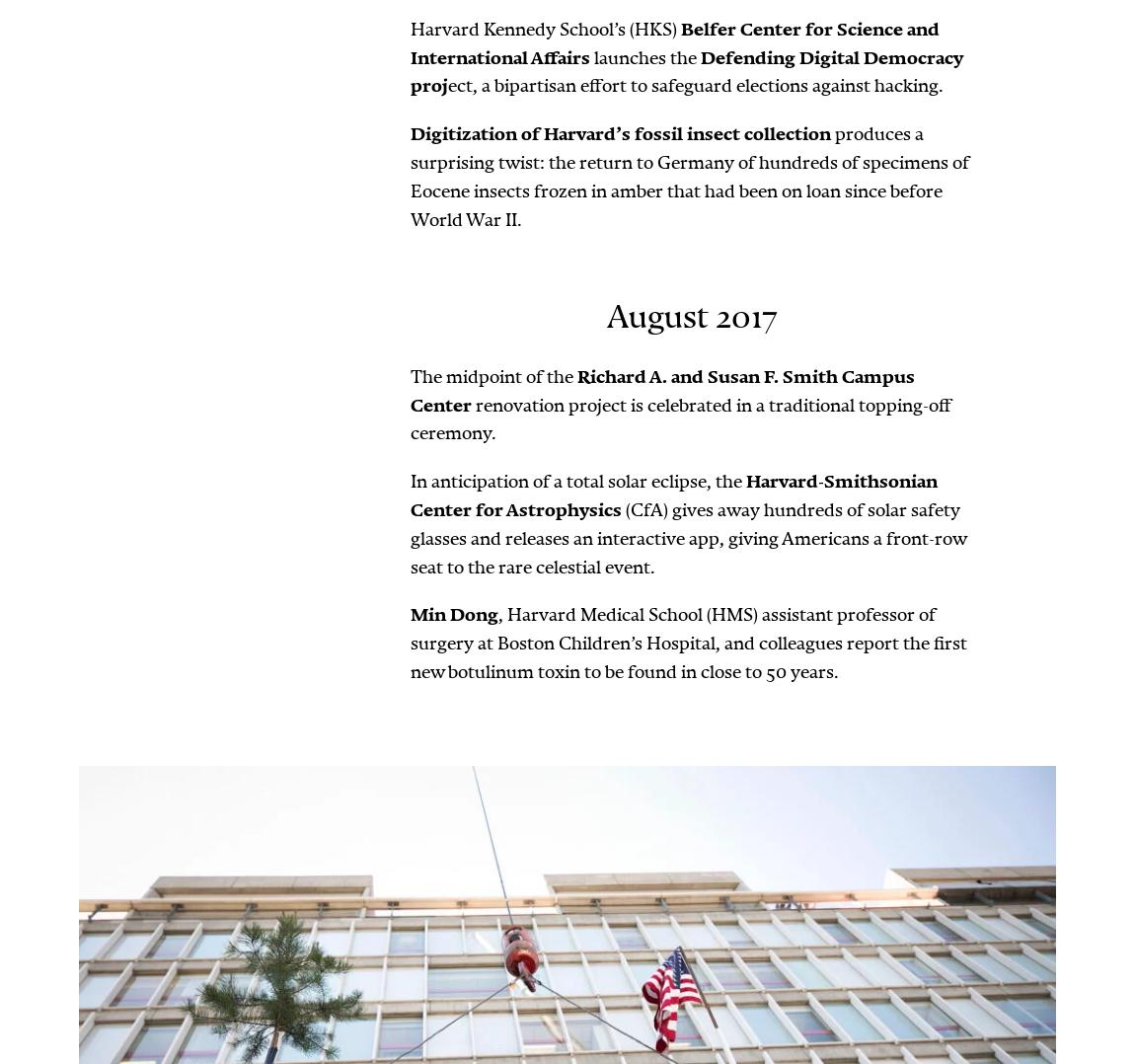 This screenshot has height=1064, width=1135. Describe the element at coordinates (546, 27) in the screenshot. I see `'Harvard Kennedy School’s (HKS)'` at that location.